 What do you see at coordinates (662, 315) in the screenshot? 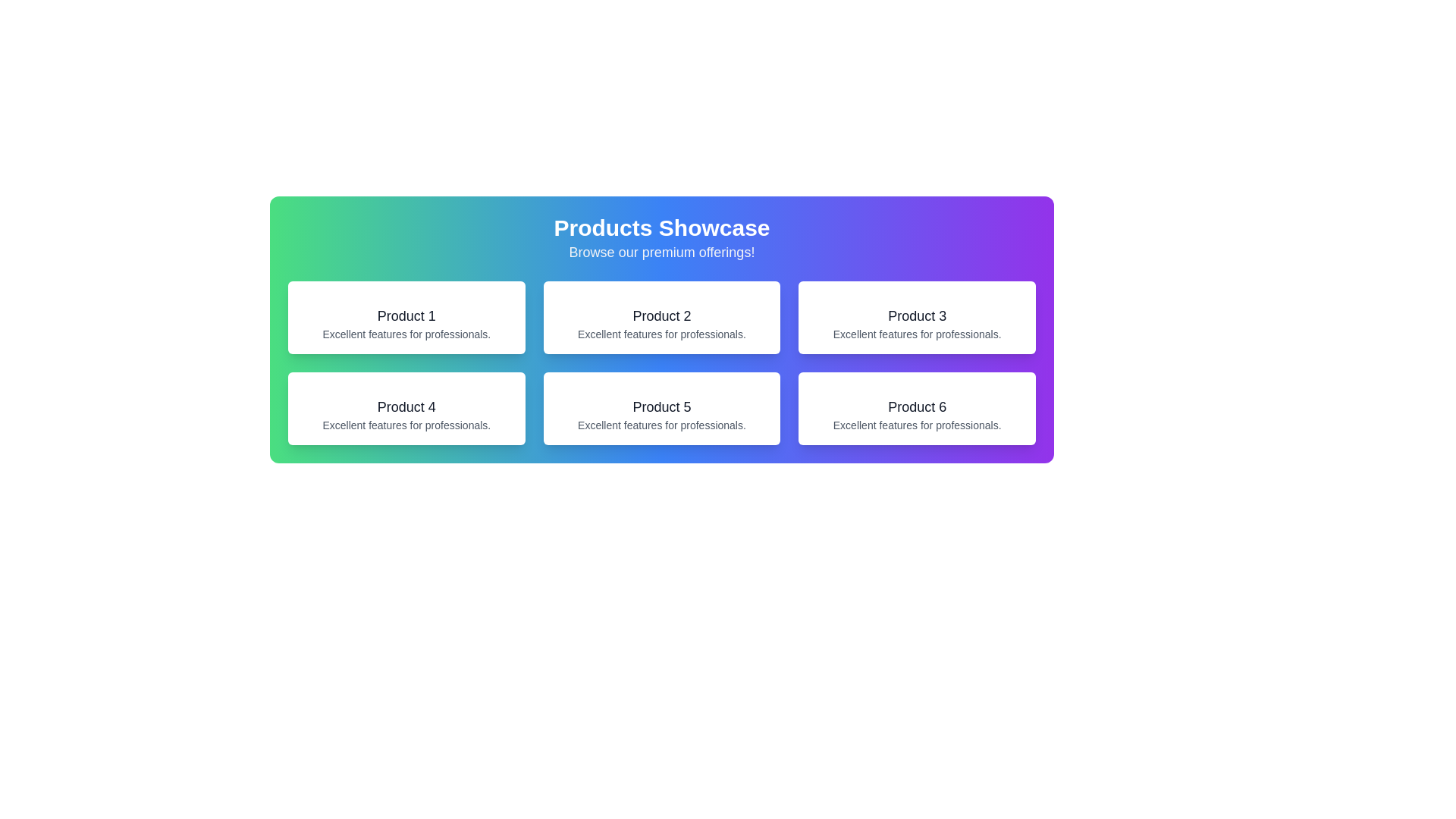
I see `text label that identifies the product within the second card of the first row in the grid layout` at bounding box center [662, 315].